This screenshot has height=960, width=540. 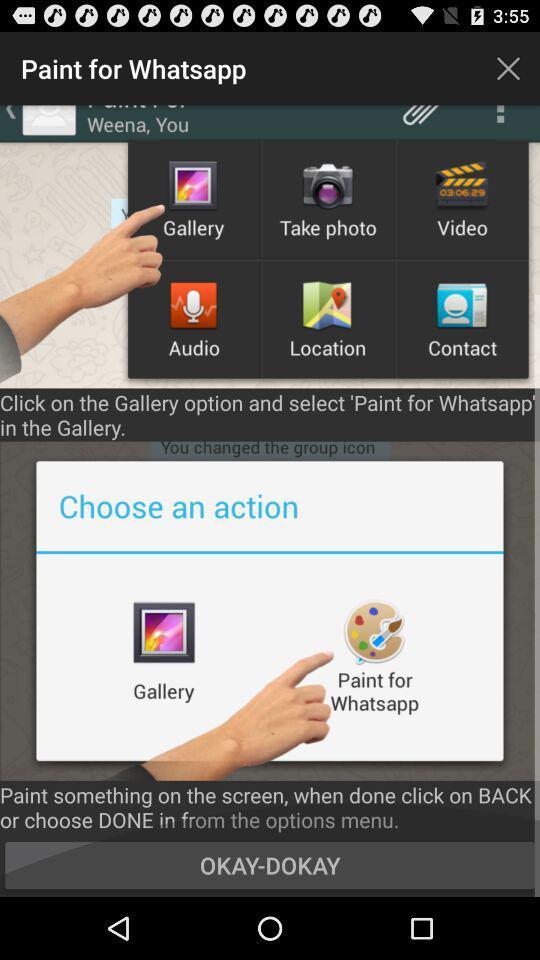 What do you see at coordinates (508, 68) in the screenshot?
I see `the icon next to the paint for whatsapp item` at bounding box center [508, 68].